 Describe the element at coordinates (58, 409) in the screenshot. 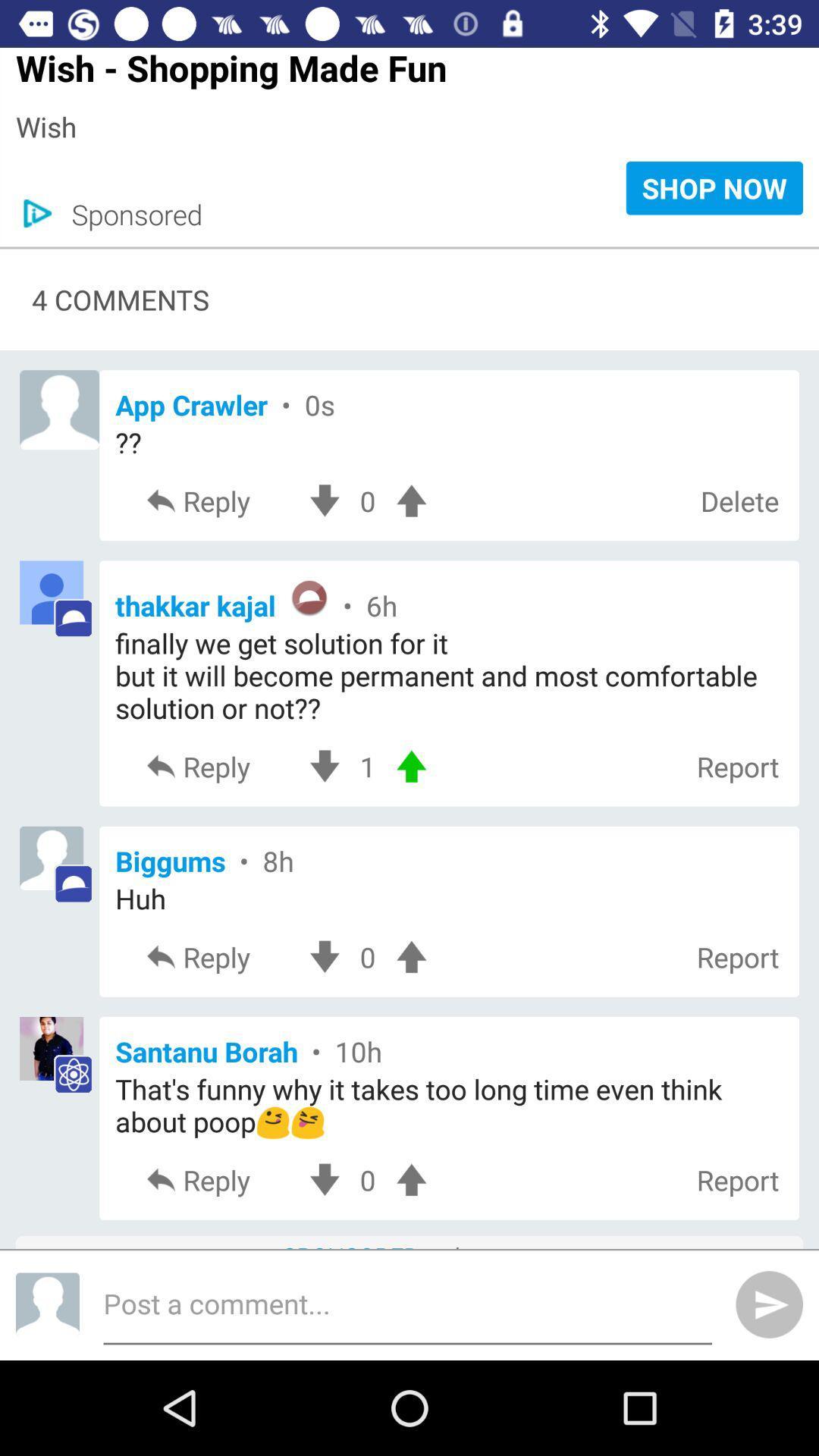

I see `the image which is before the app crawler` at that location.